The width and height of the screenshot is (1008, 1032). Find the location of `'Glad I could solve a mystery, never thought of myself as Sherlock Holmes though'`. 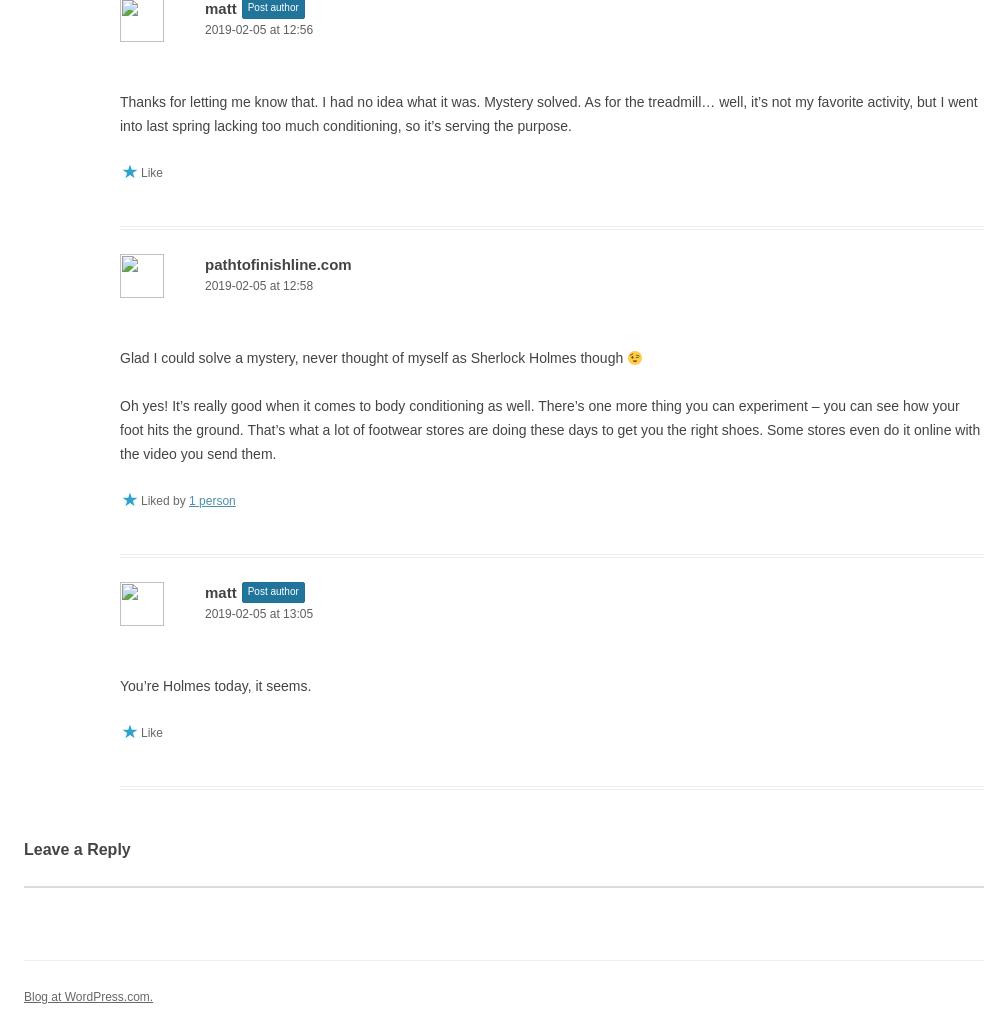

'Glad I could solve a mystery, never thought of myself as Sherlock Holmes though' is located at coordinates (373, 358).